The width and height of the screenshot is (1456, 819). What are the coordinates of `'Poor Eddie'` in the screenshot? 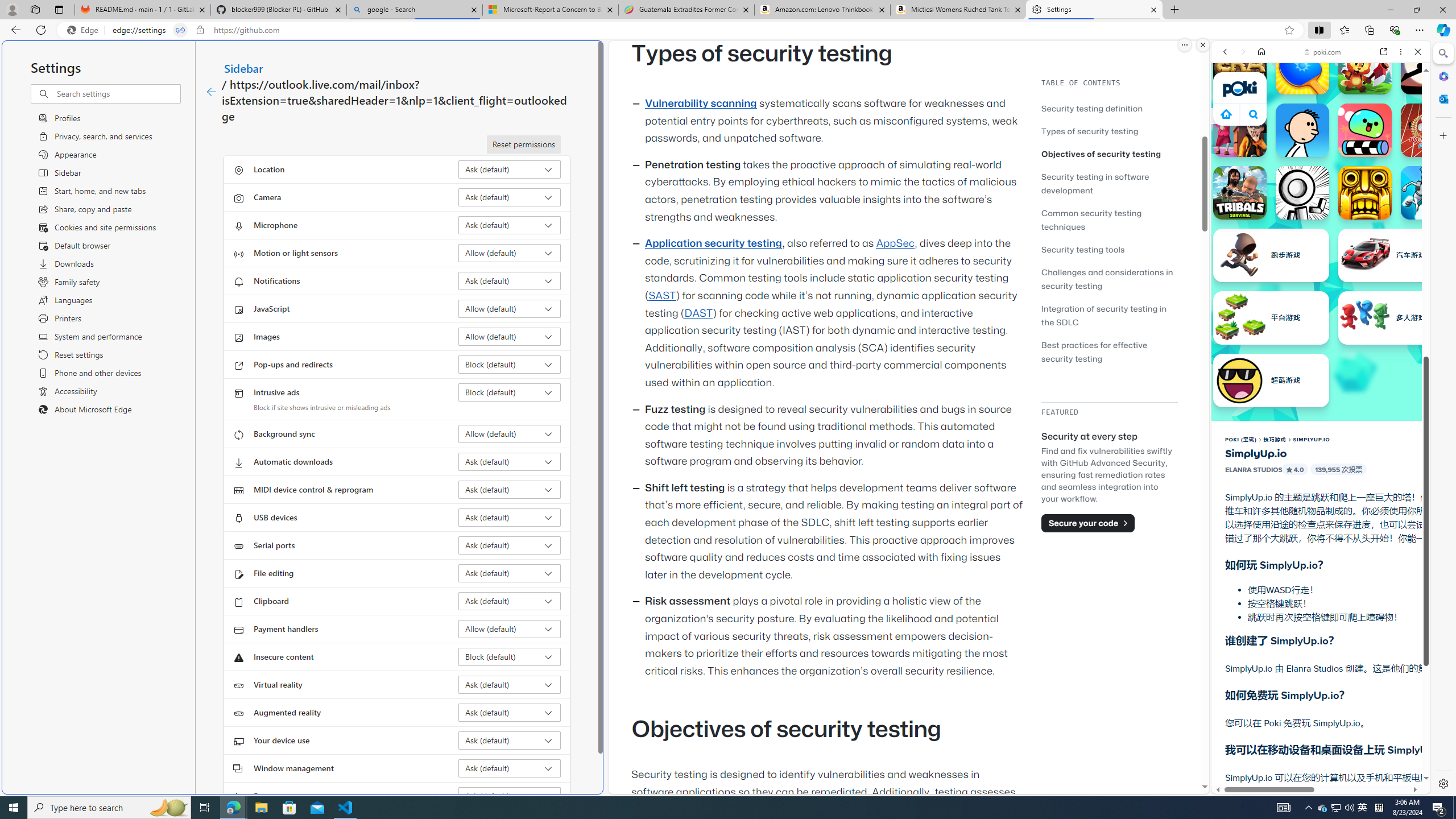 It's located at (1301, 129).